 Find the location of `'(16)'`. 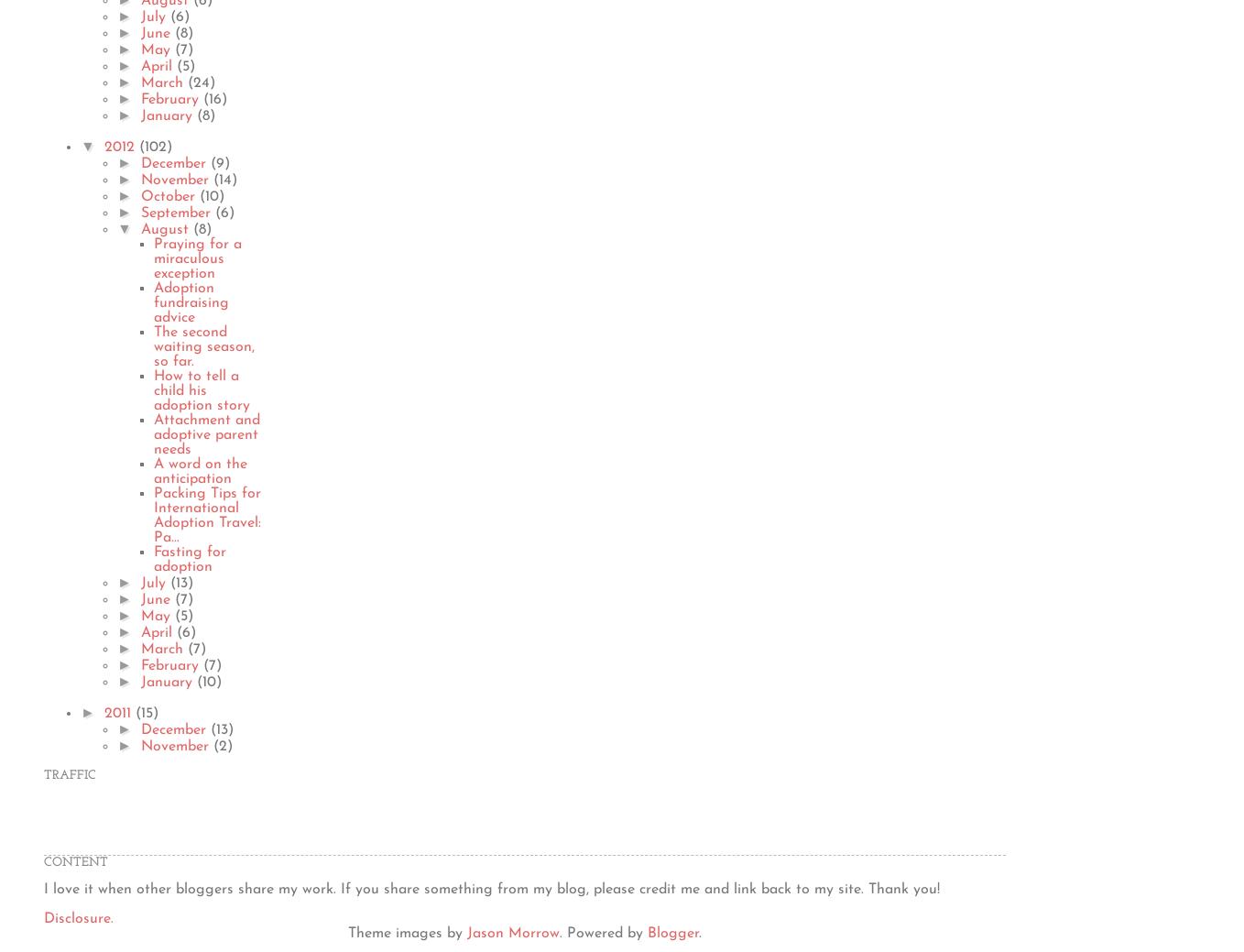

'(16)' is located at coordinates (213, 97).